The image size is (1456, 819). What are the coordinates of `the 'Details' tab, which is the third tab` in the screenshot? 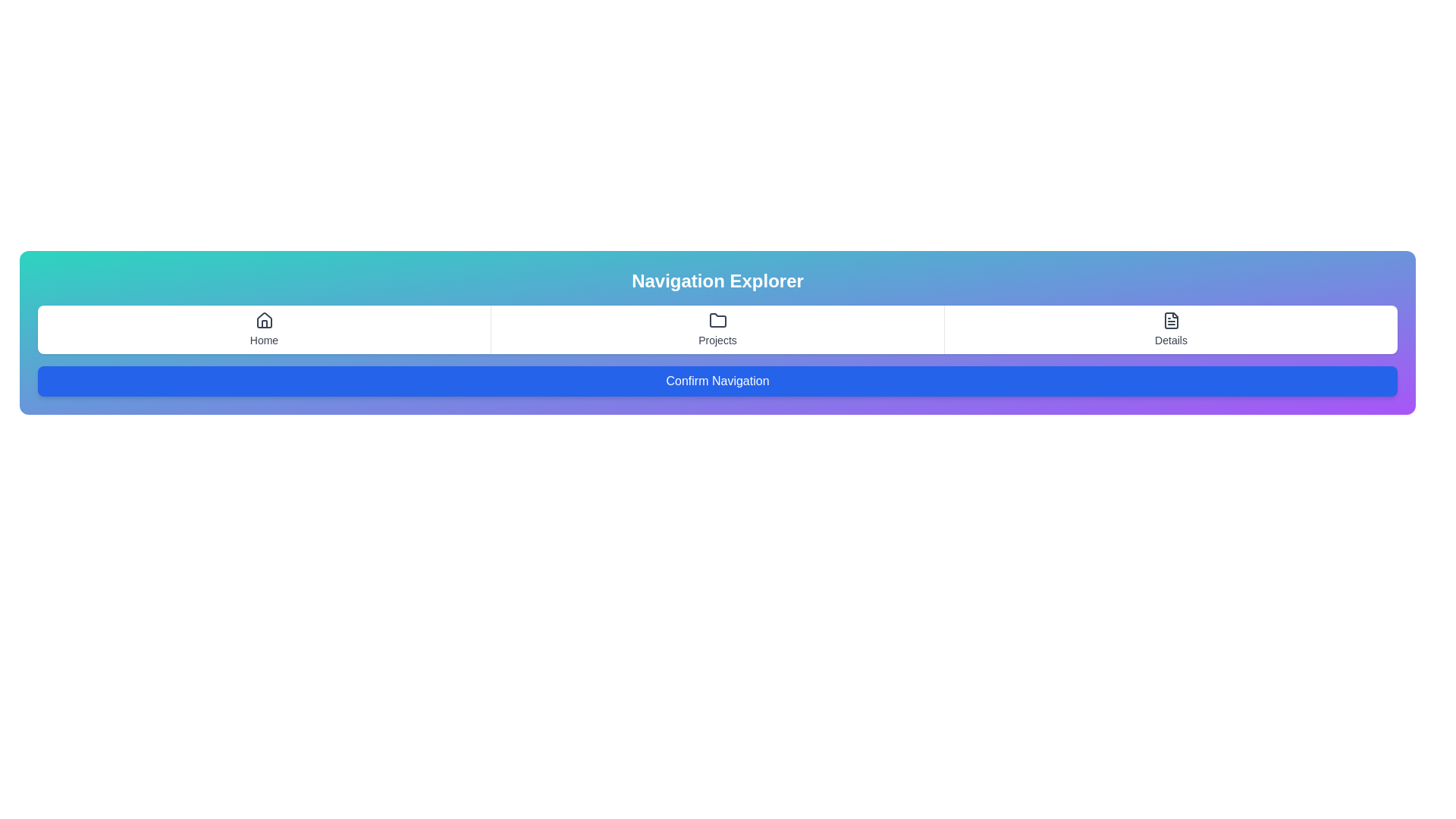 It's located at (1170, 329).